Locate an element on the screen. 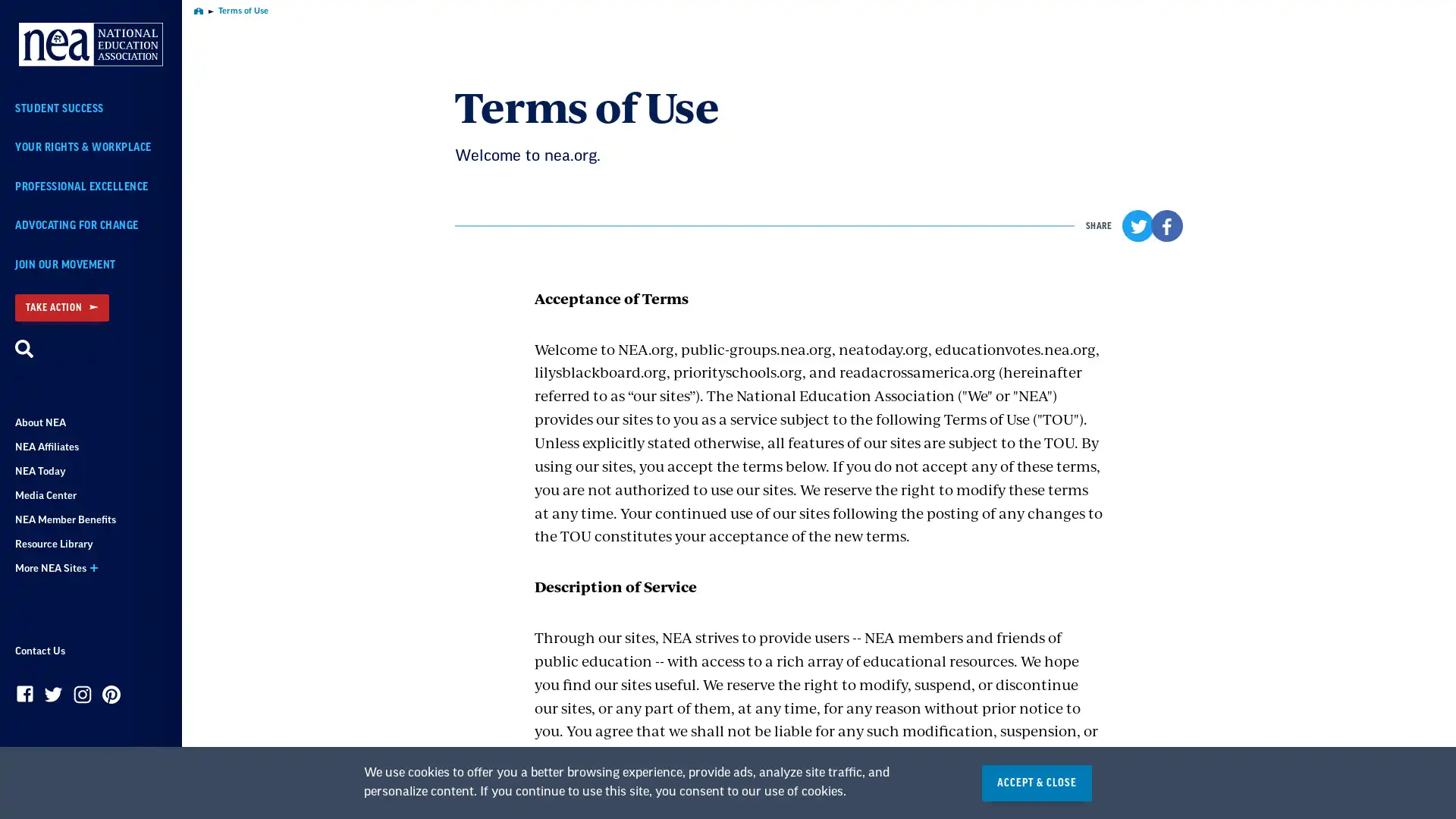  ACCEPT & CLOSE is located at coordinates (1036, 783).